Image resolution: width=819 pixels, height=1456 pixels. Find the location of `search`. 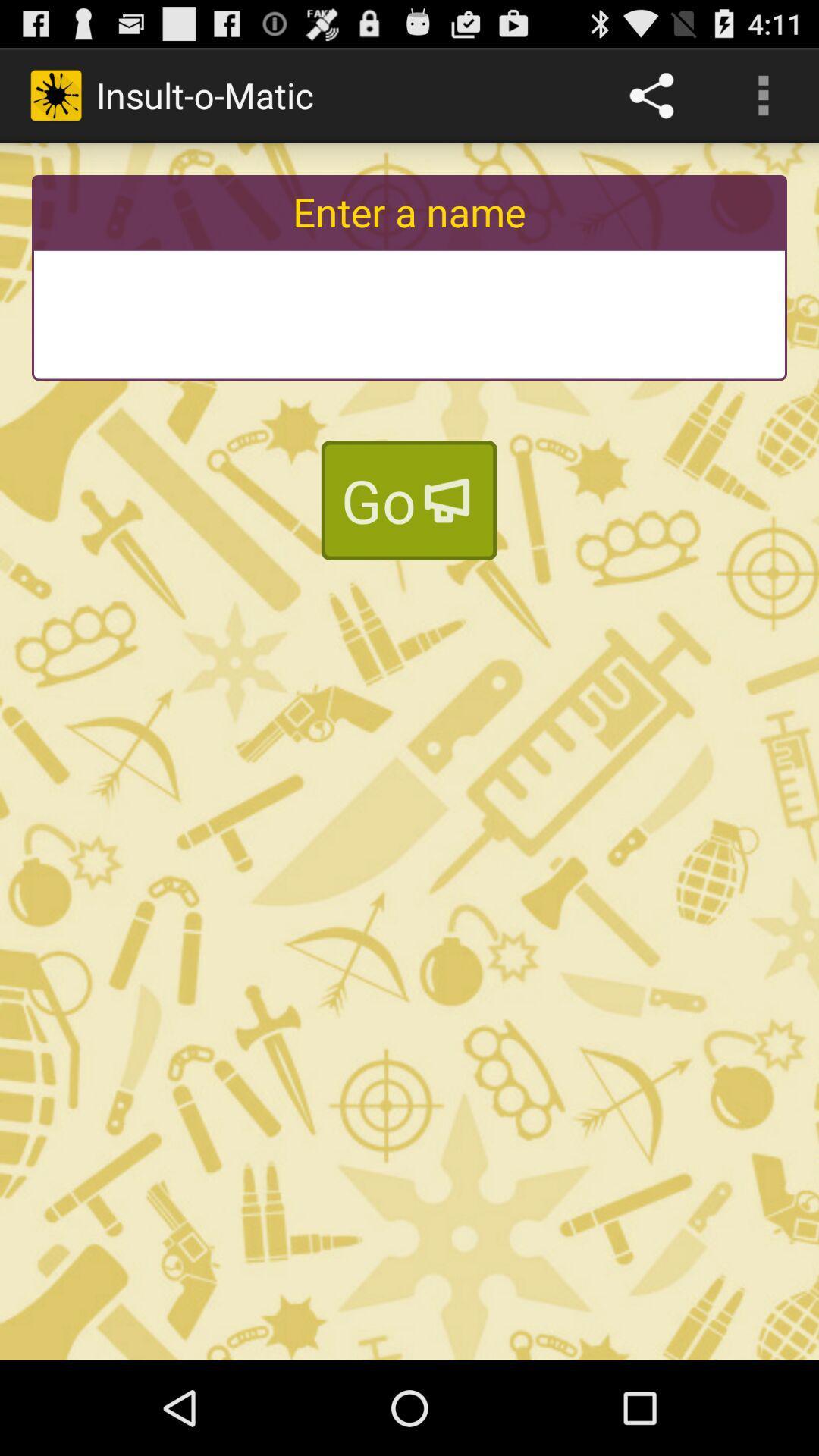

search is located at coordinates (409, 314).